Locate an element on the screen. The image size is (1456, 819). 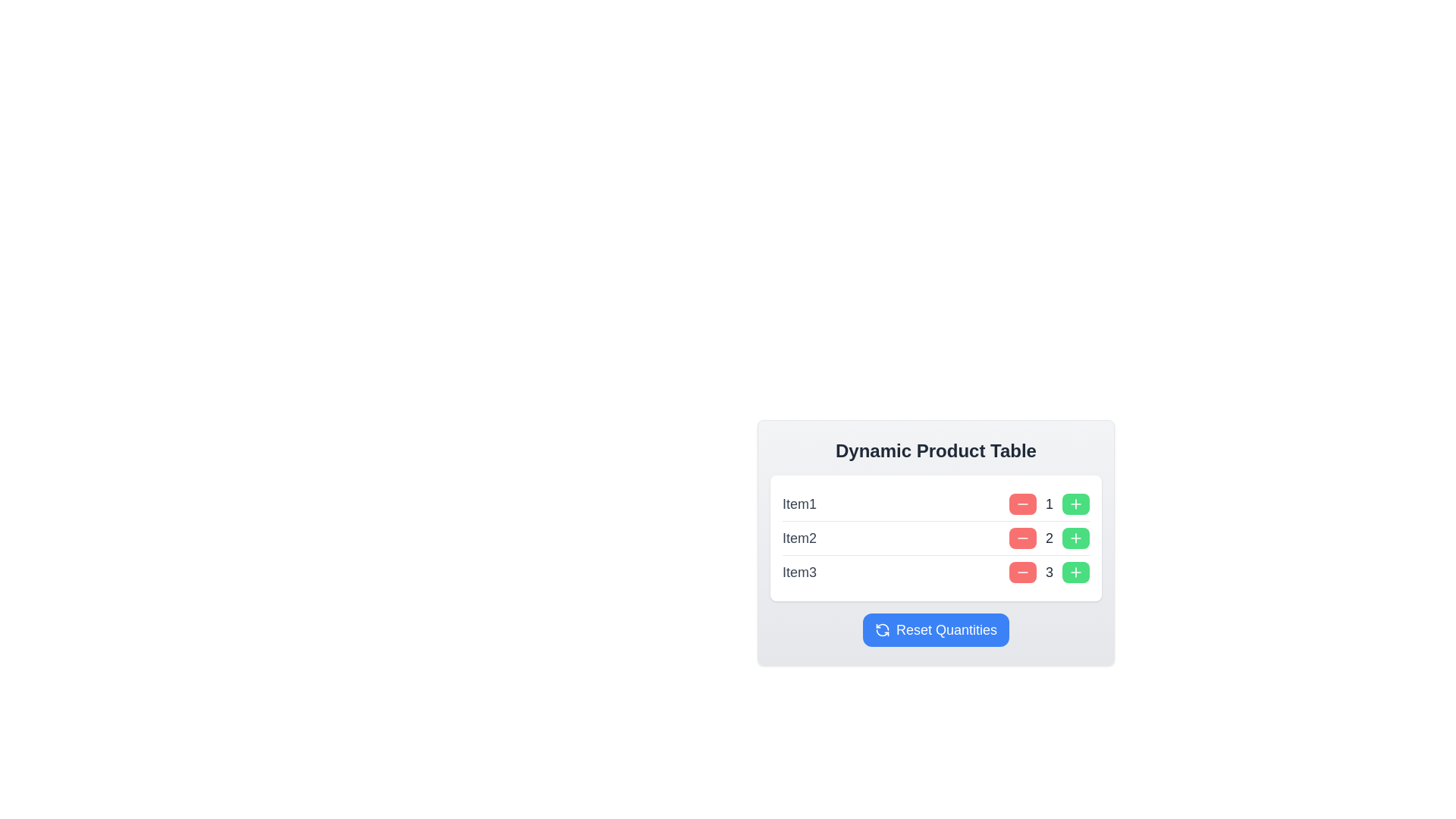
the static text label displaying the quantity of 'Item1' in the topmost row of the 'Dynamic Product Table' is located at coordinates (1048, 504).